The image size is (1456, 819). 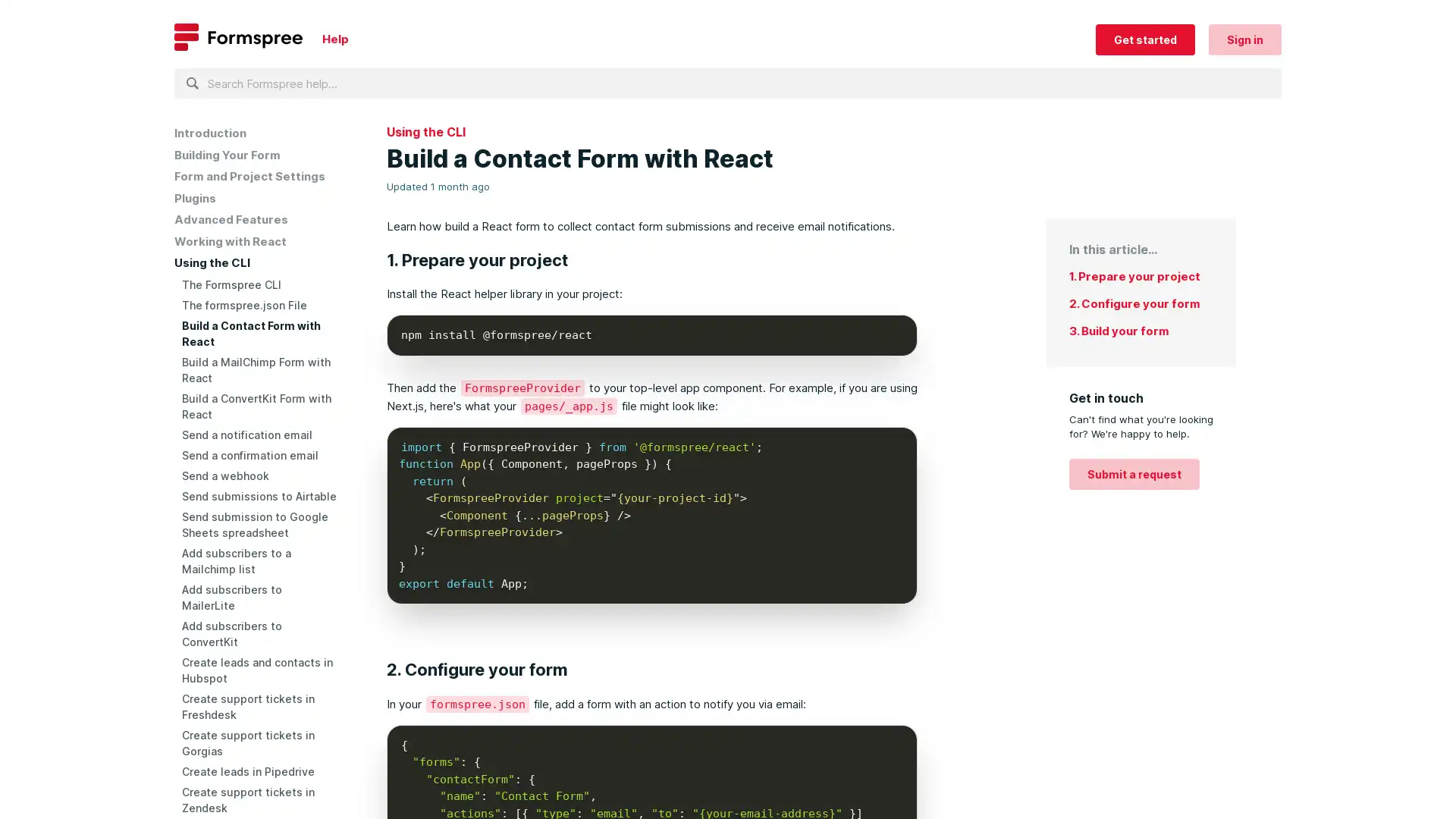 What do you see at coordinates (899, 326) in the screenshot?
I see `Copy` at bounding box center [899, 326].